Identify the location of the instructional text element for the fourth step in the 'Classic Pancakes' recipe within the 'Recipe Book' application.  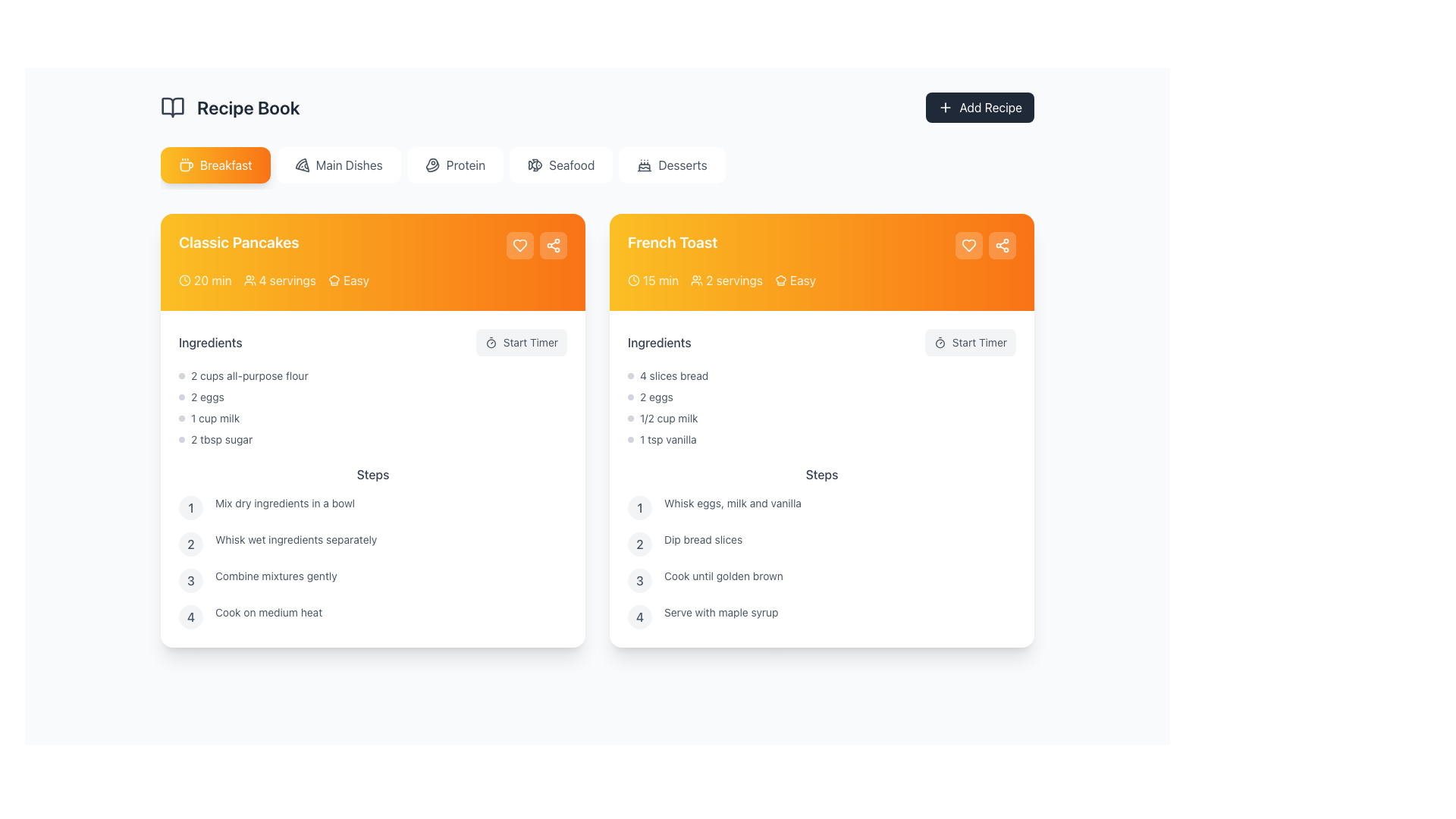
(268, 617).